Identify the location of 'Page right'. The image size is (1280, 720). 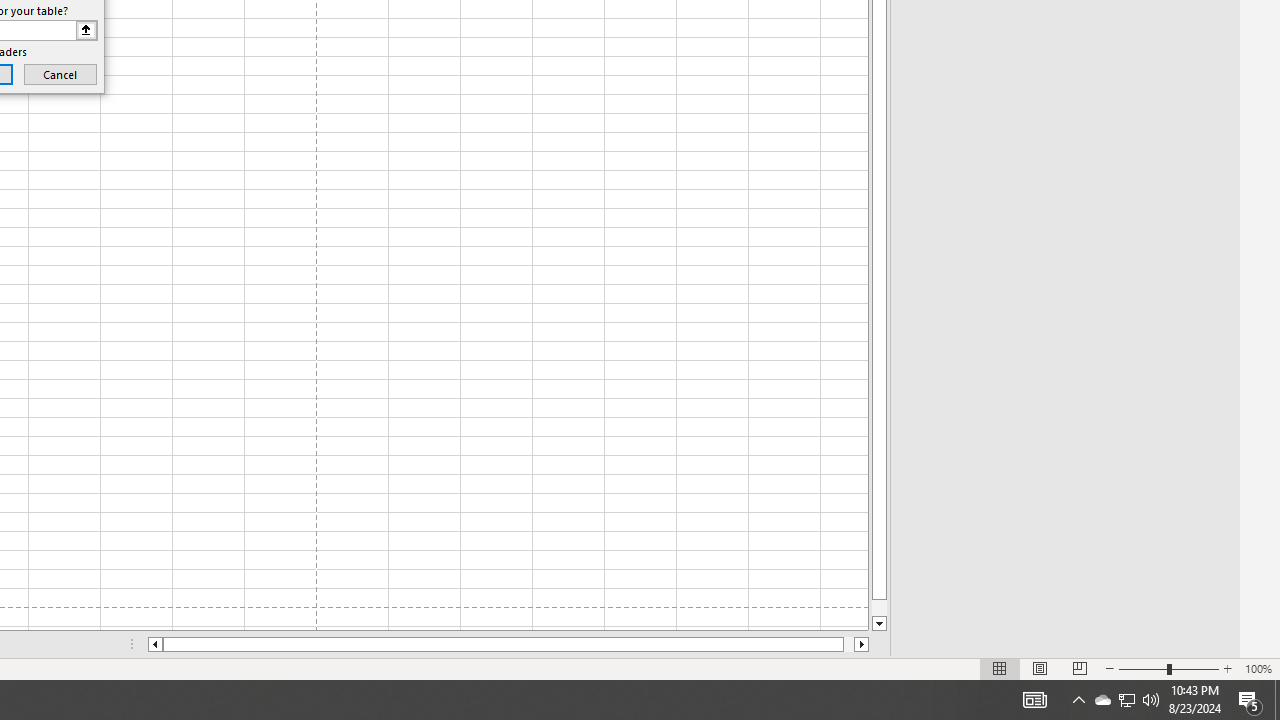
(848, 644).